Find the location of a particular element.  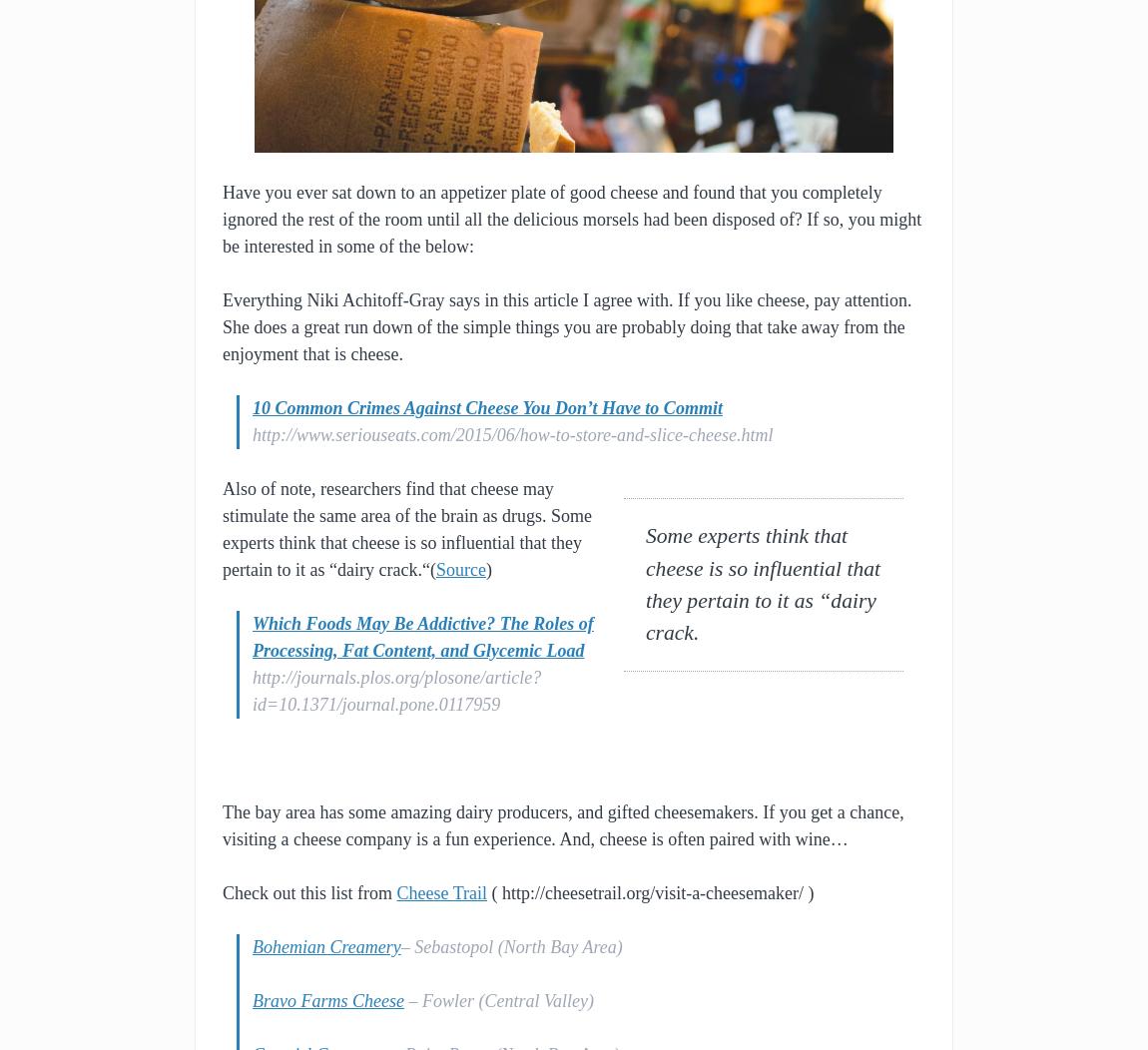

')' is located at coordinates (487, 569).